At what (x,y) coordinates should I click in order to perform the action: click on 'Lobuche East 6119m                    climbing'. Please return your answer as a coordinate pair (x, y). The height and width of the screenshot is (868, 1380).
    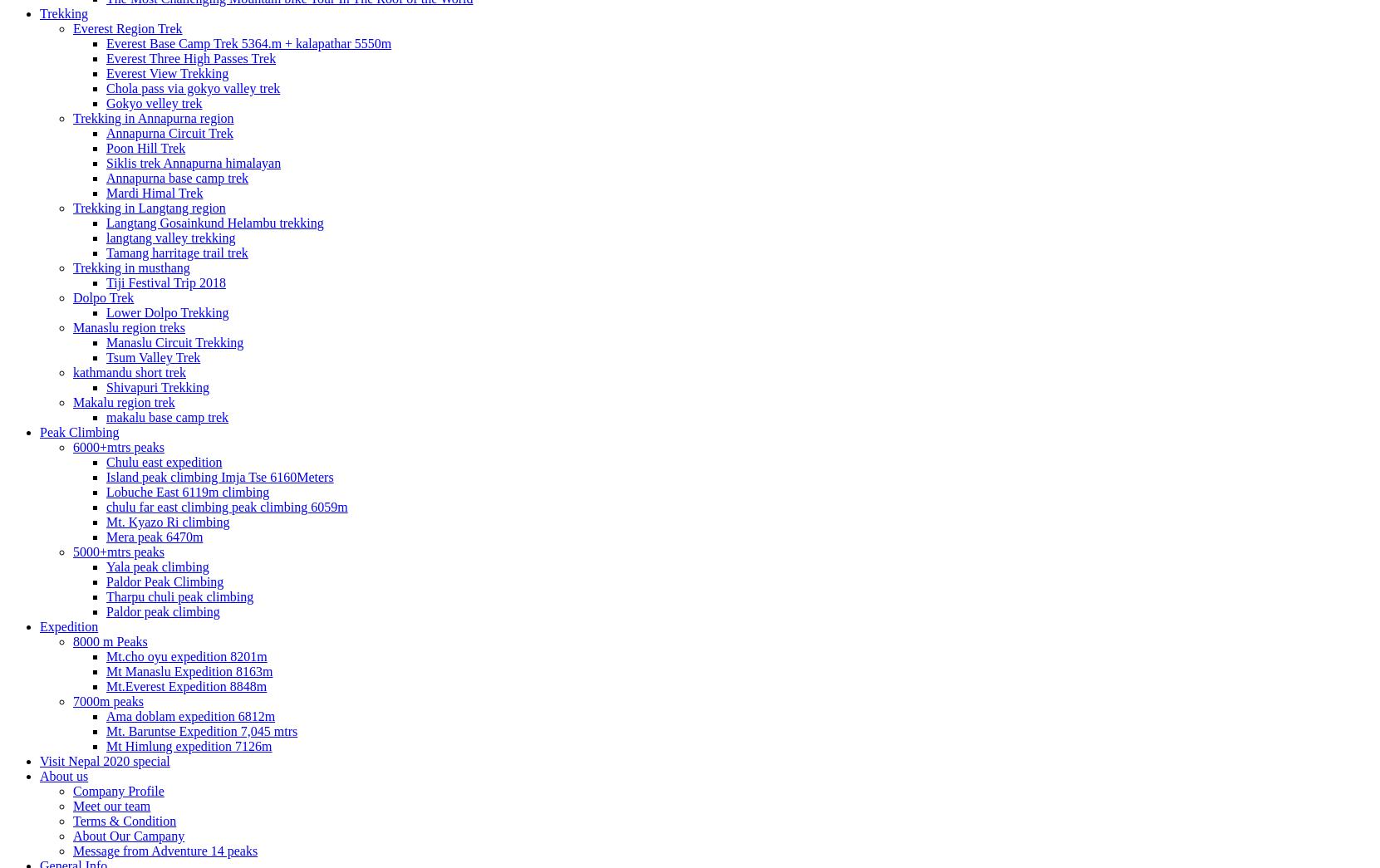
    Looking at the image, I should click on (187, 490).